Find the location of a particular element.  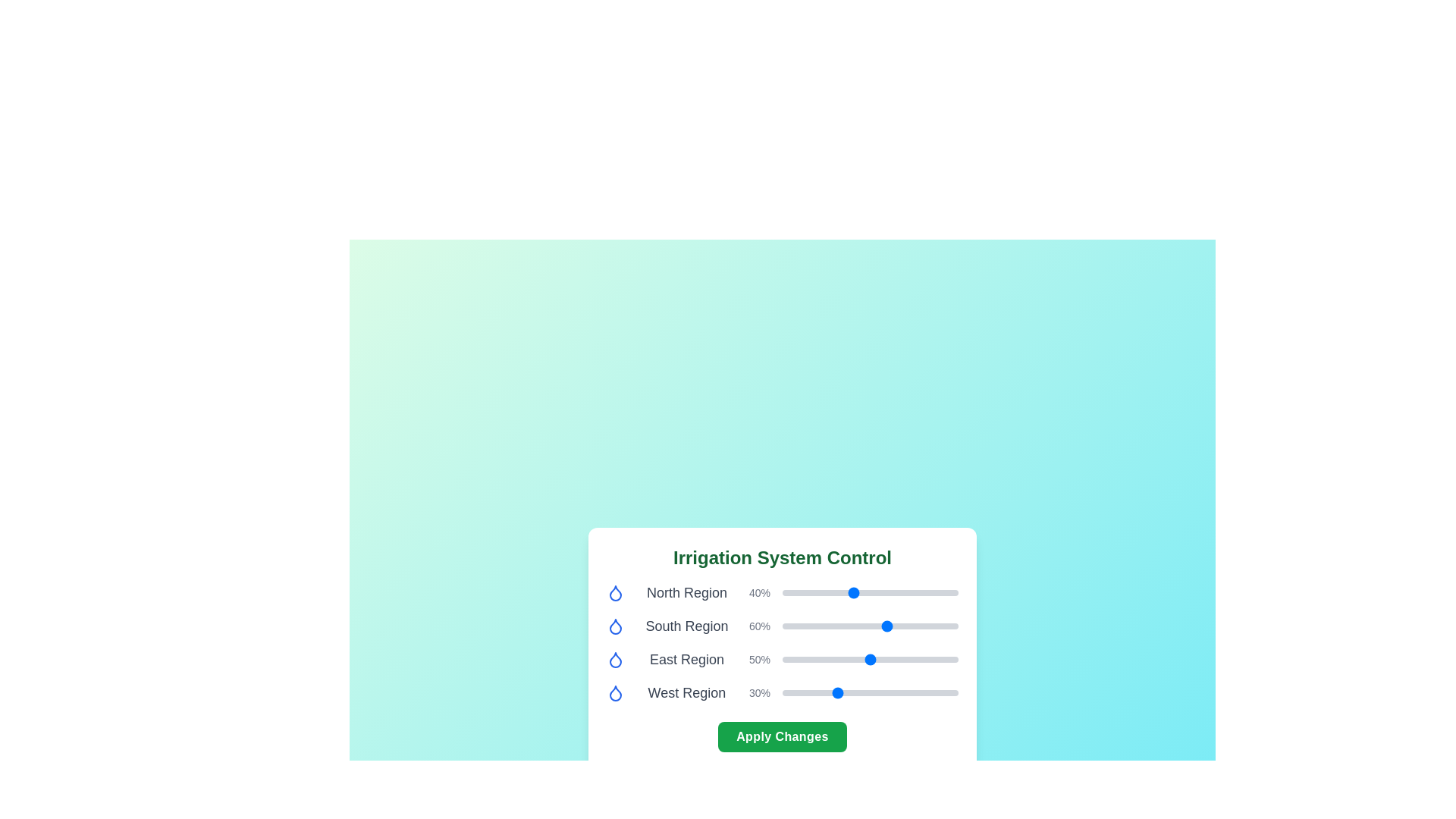

the 'Apply Changes' button to save the changes is located at coordinates (783, 736).